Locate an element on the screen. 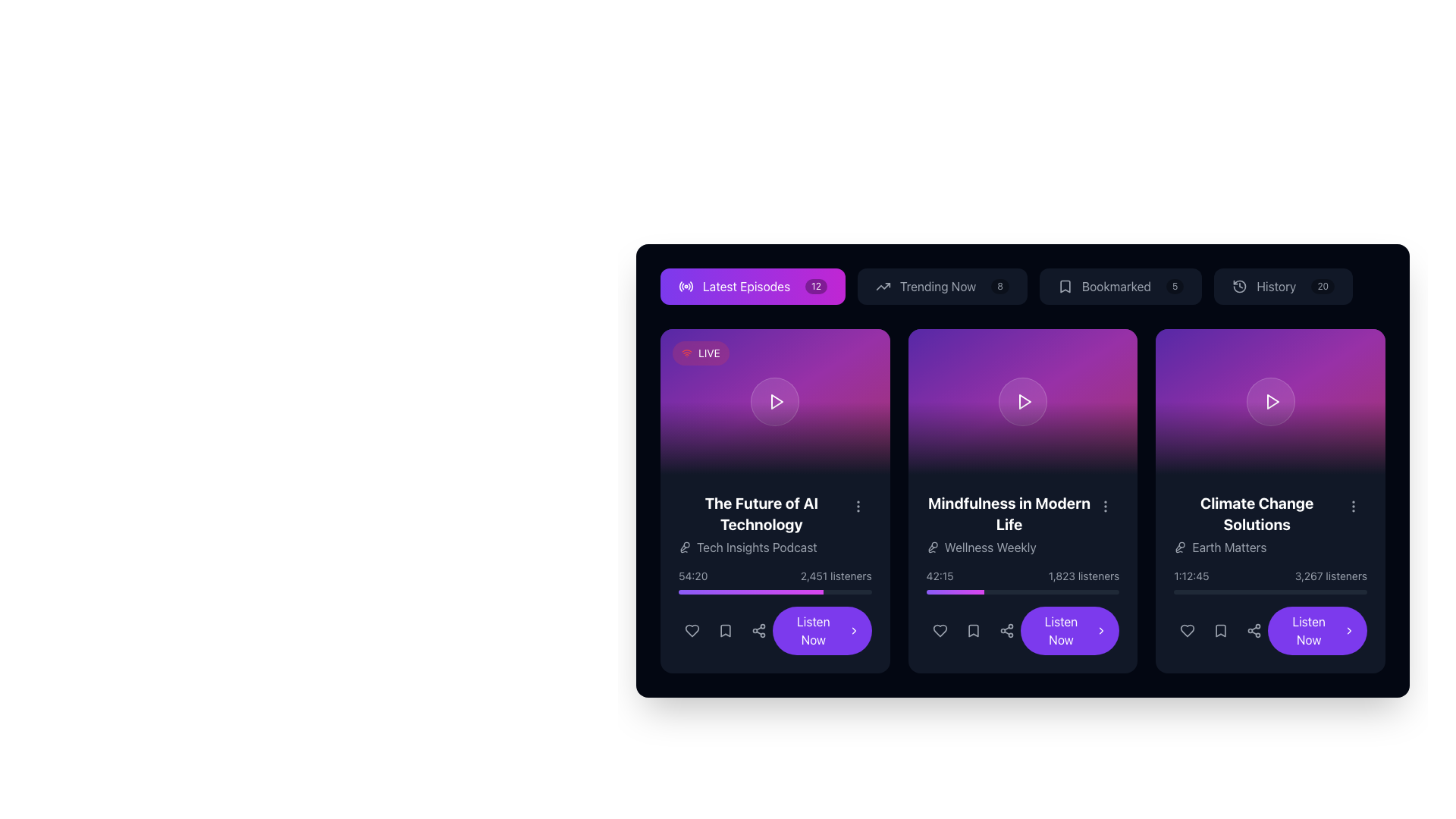 The width and height of the screenshot is (1456, 819). the triangular-shaped play icon with a white outline, which is located in the center of a circular button with a semi-transparent dark background is located at coordinates (776, 400).